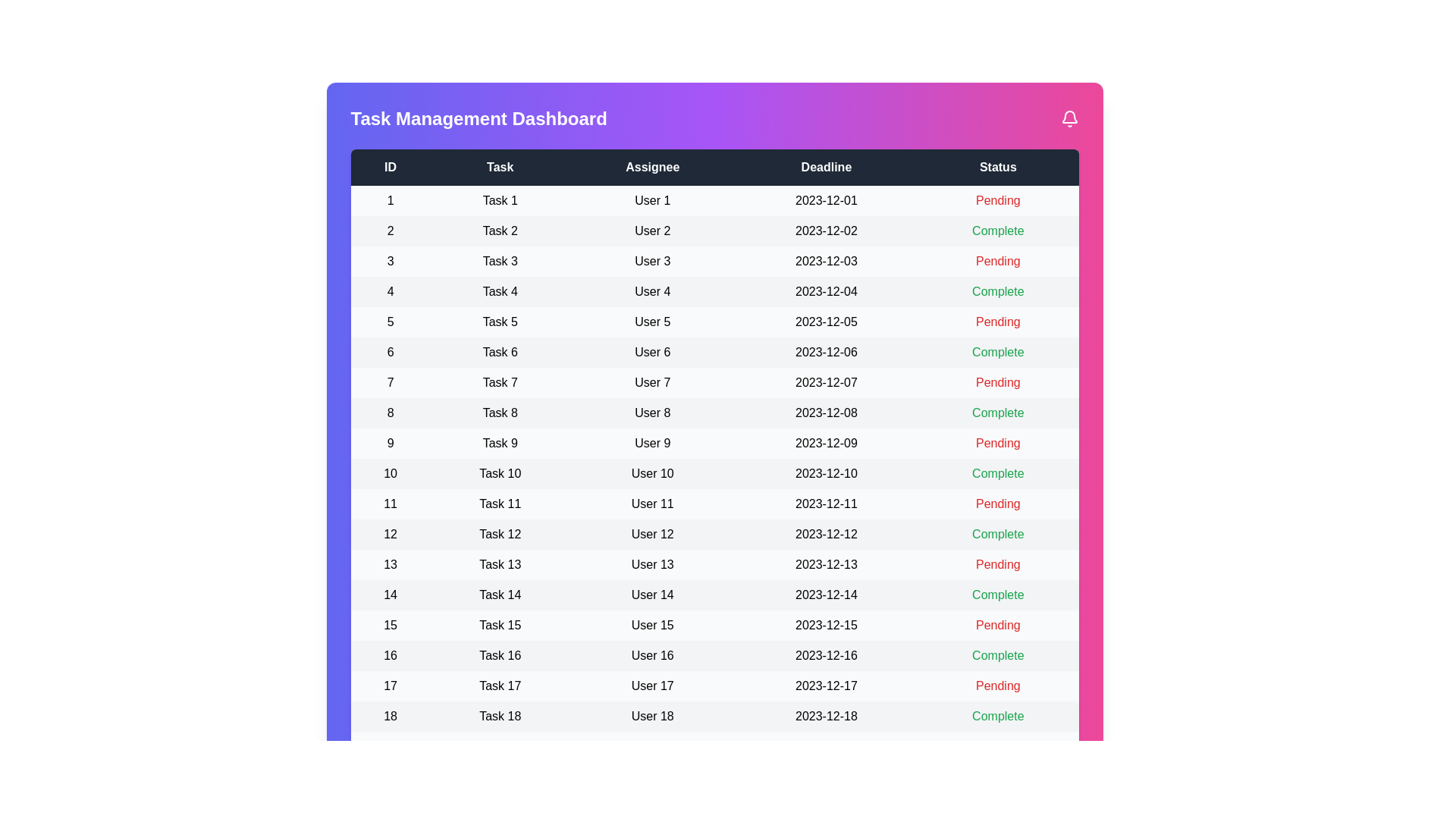 This screenshot has width=1456, height=819. What do you see at coordinates (391, 167) in the screenshot?
I see `the column header labeled 'ID' to sort the table by that column` at bounding box center [391, 167].